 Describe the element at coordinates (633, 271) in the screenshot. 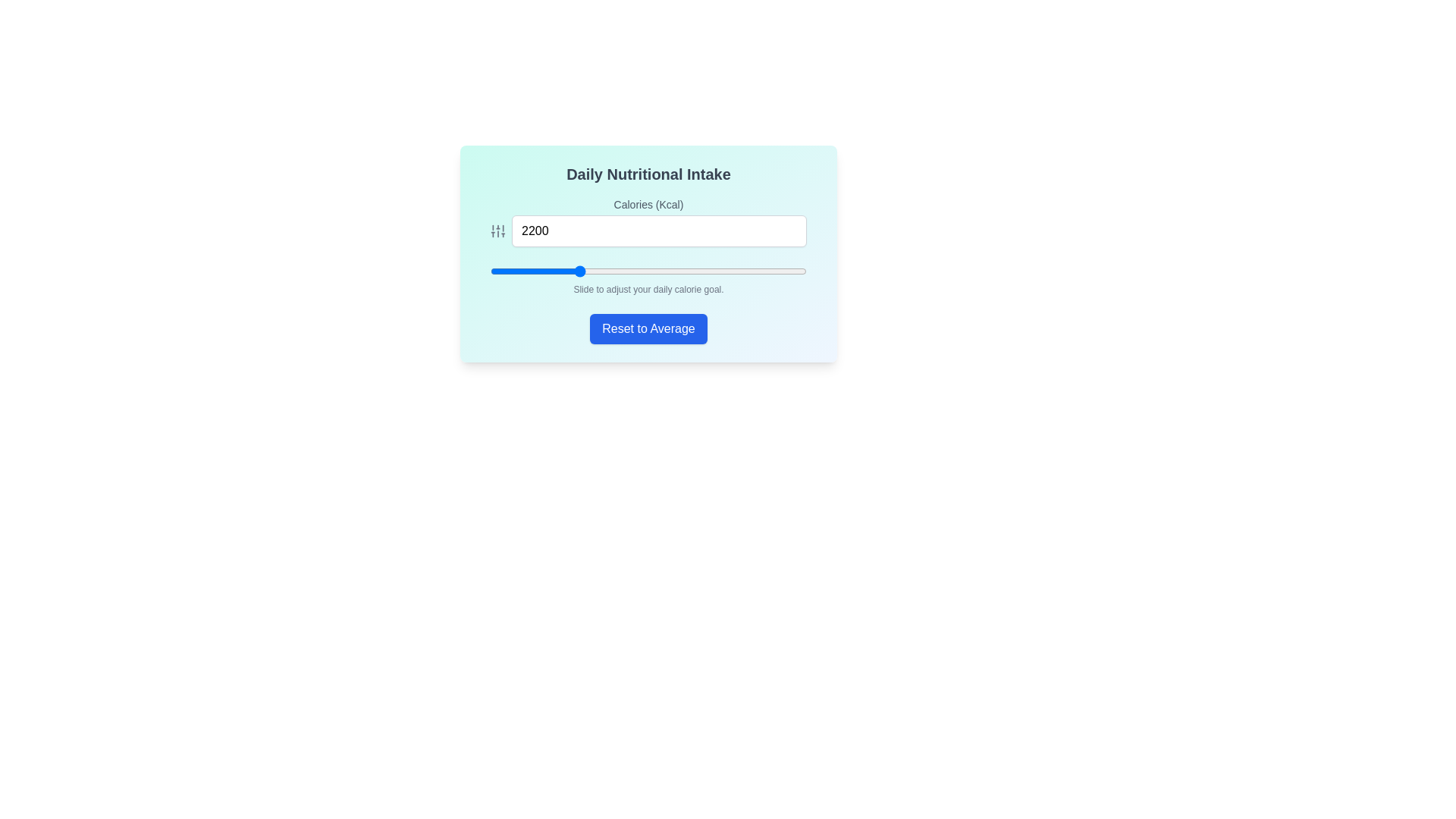

I see `the calorie goal` at that location.